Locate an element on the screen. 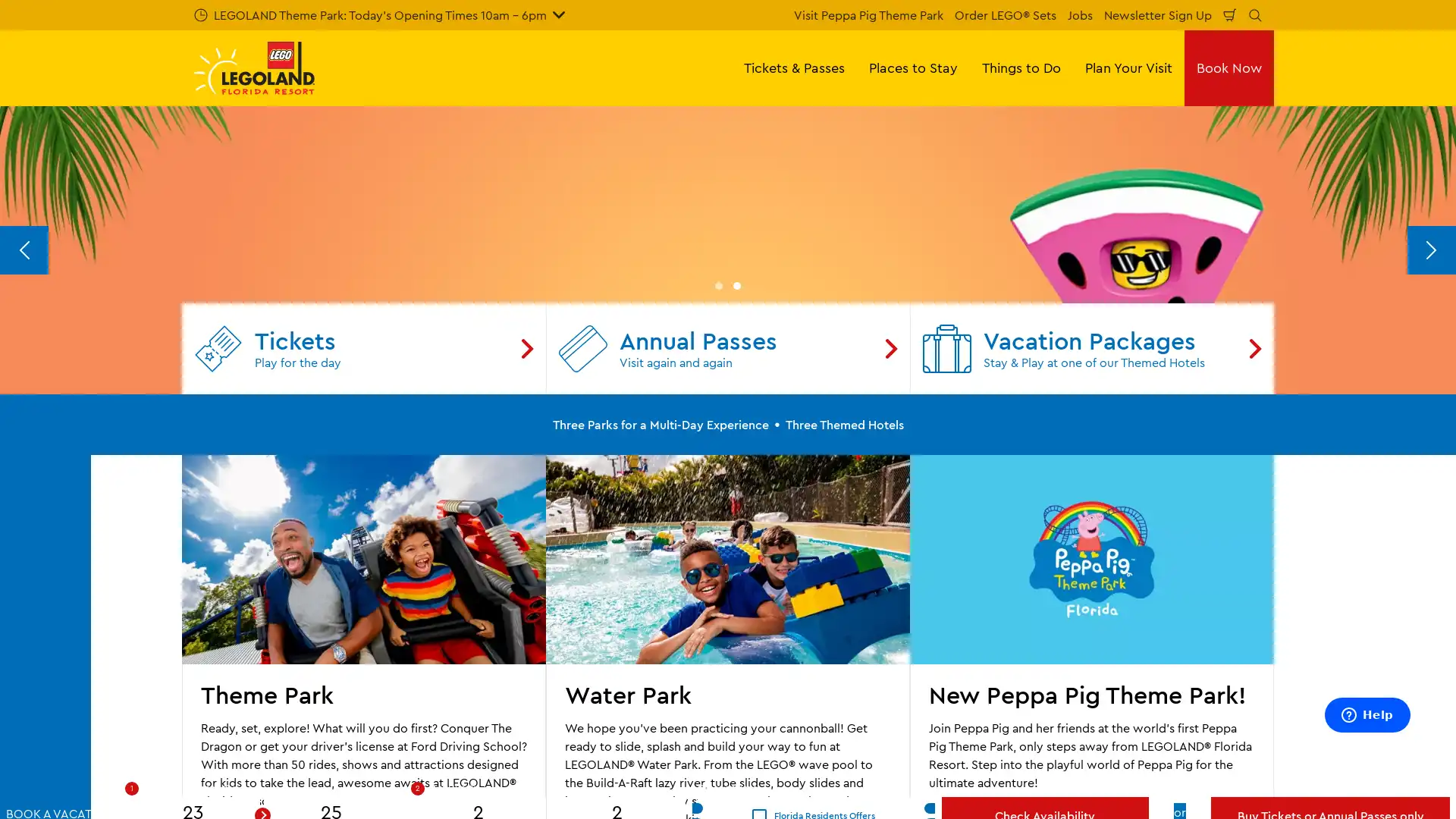  LEGOLAND Theme Park: Today's Opening Times 10am - 6pm is located at coordinates (379, 14).